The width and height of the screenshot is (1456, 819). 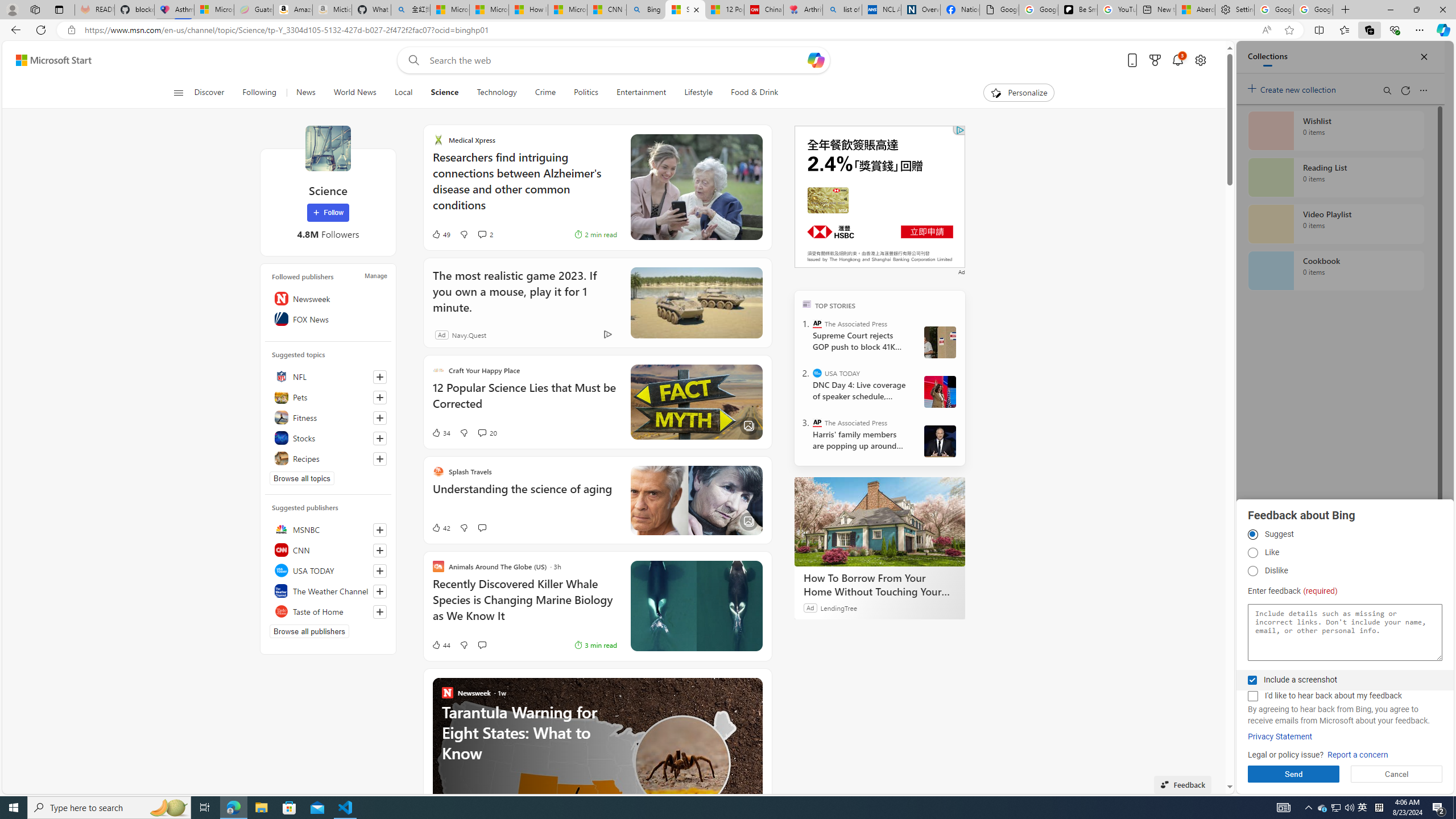 I want to click on 'Suggest Suggest', so click(x=1252, y=534).